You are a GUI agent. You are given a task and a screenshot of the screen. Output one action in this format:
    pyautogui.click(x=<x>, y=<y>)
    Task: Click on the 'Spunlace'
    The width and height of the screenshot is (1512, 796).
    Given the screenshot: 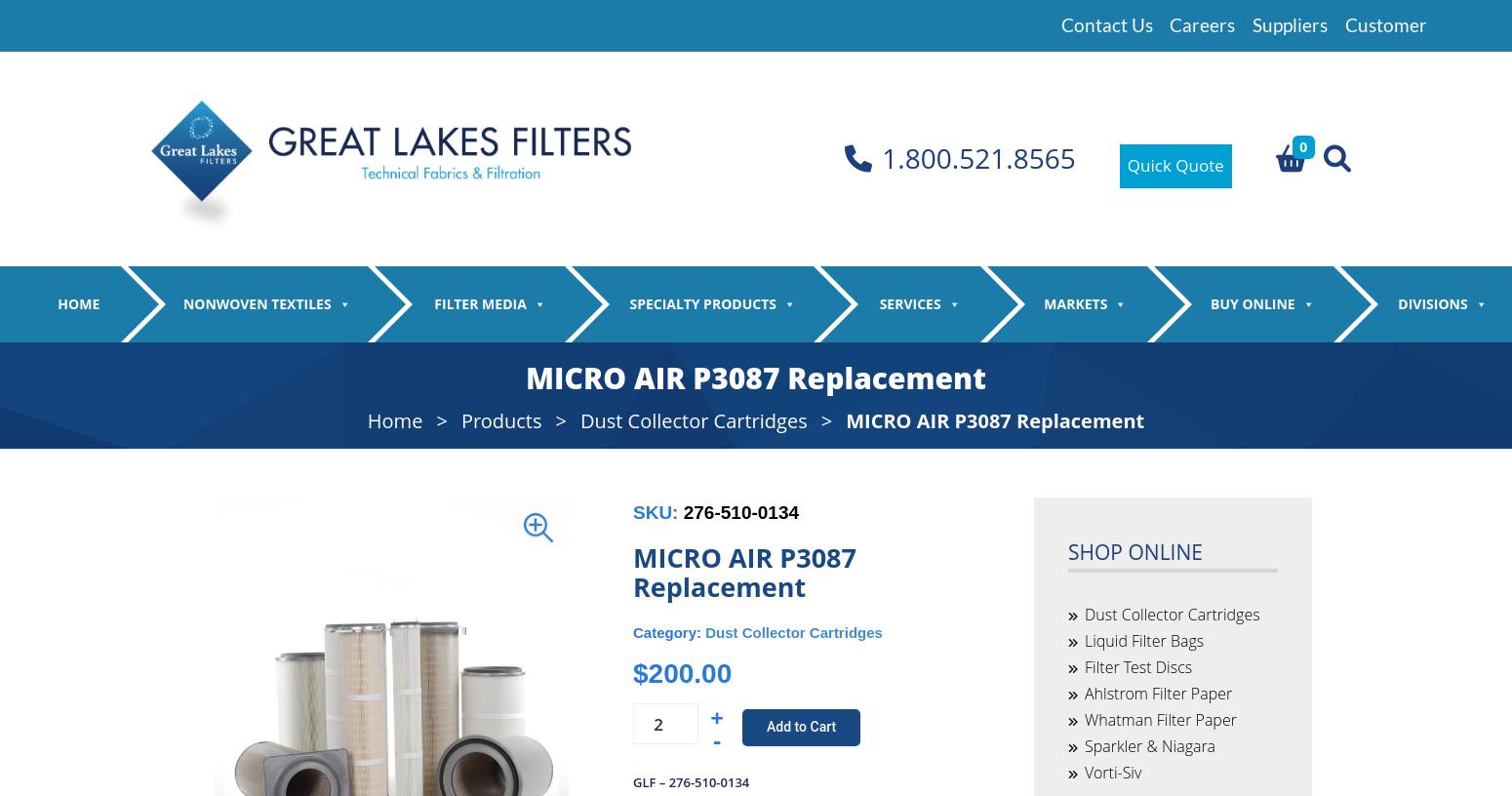 What is the action you would take?
    pyautogui.click(x=162, y=435)
    